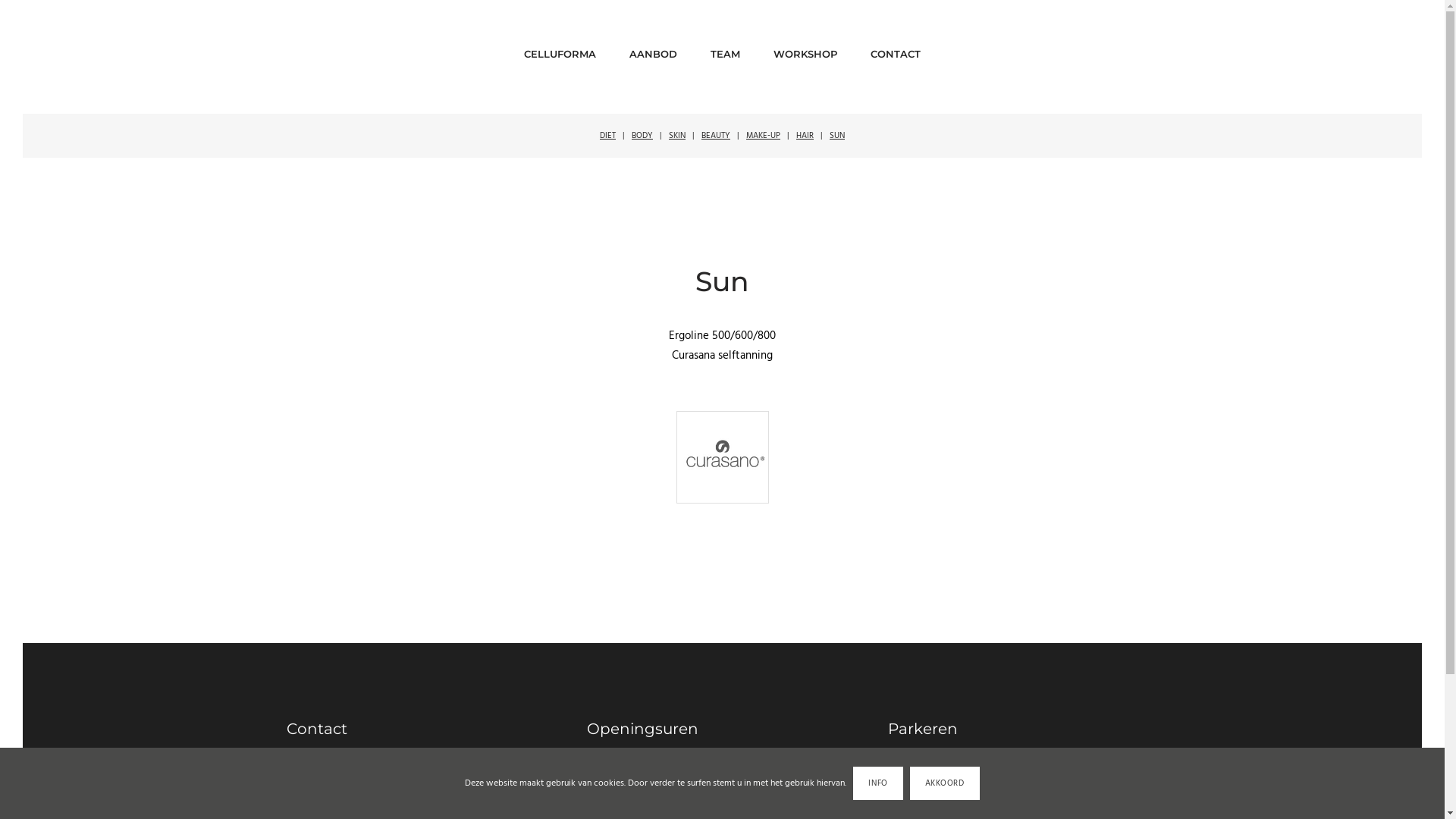  Describe the element at coordinates (287, 774) in the screenshot. I see `'info@celluforma.be'` at that location.